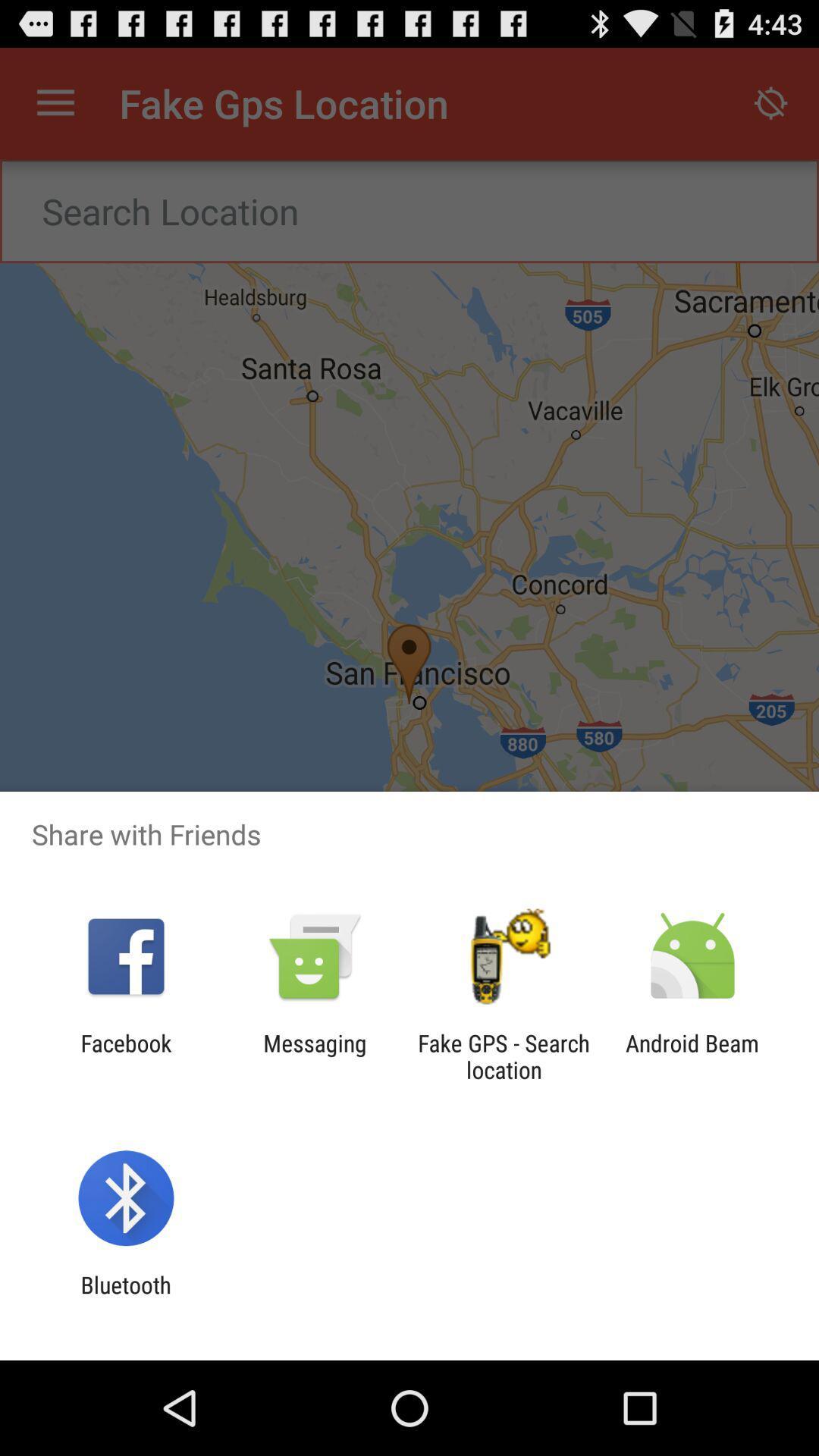 This screenshot has height=1456, width=819. I want to click on messaging item, so click(314, 1056).